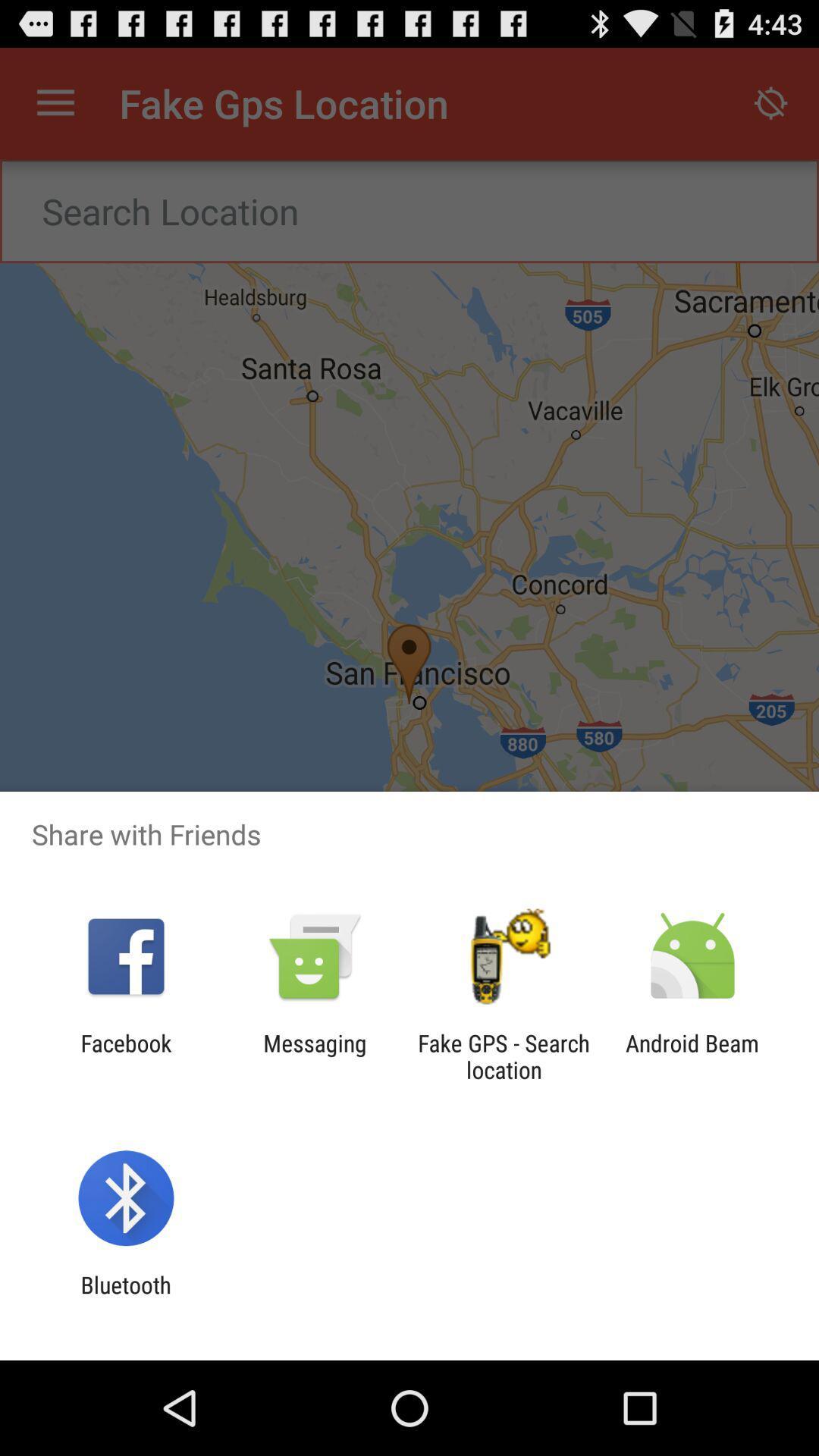 This screenshot has height=1456, width=819. I want to click on messaging item, so click(314, 1056).